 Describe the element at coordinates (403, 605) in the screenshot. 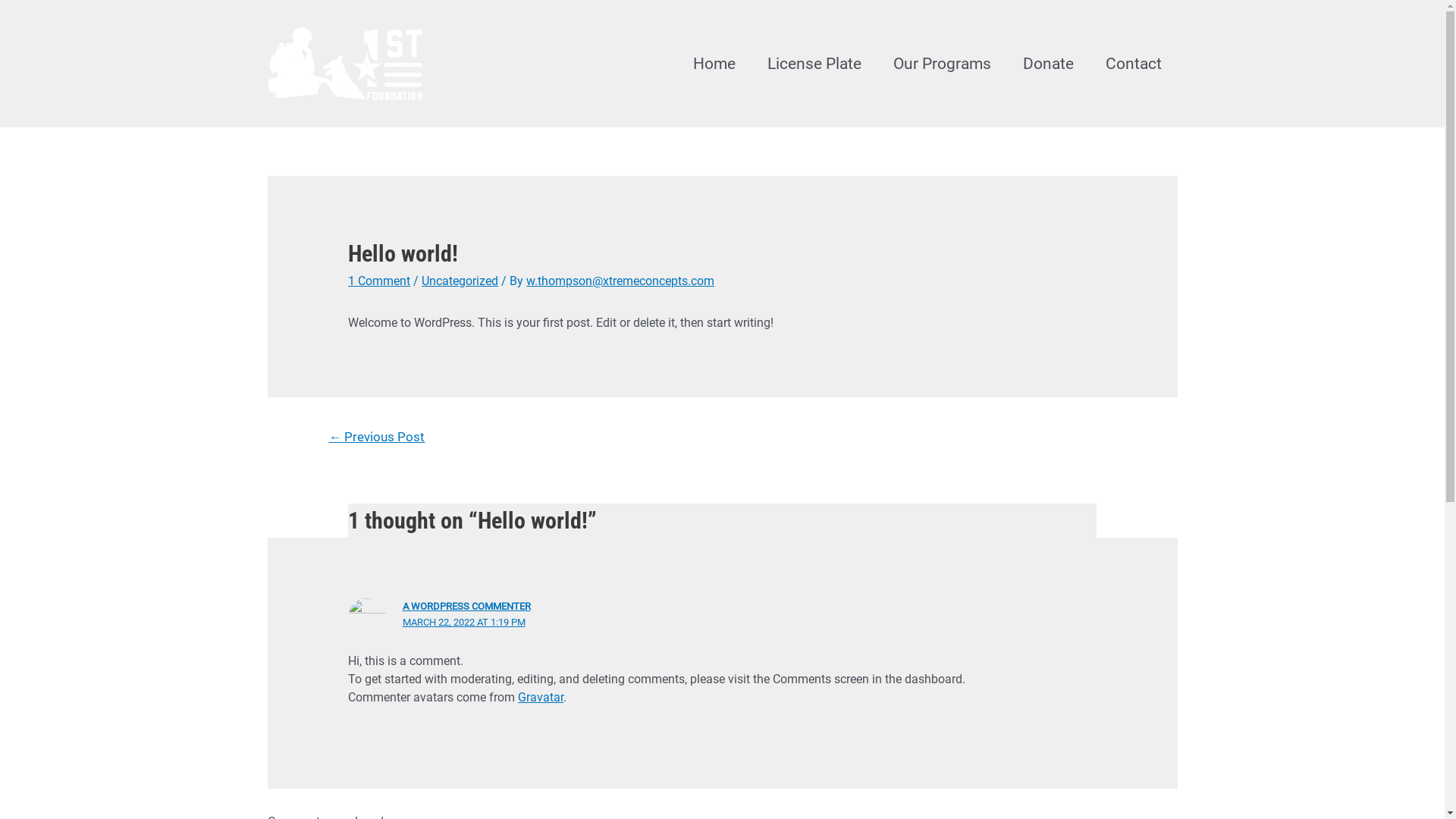

I see `'A WORDPRESS COMMENTER'` at that location.